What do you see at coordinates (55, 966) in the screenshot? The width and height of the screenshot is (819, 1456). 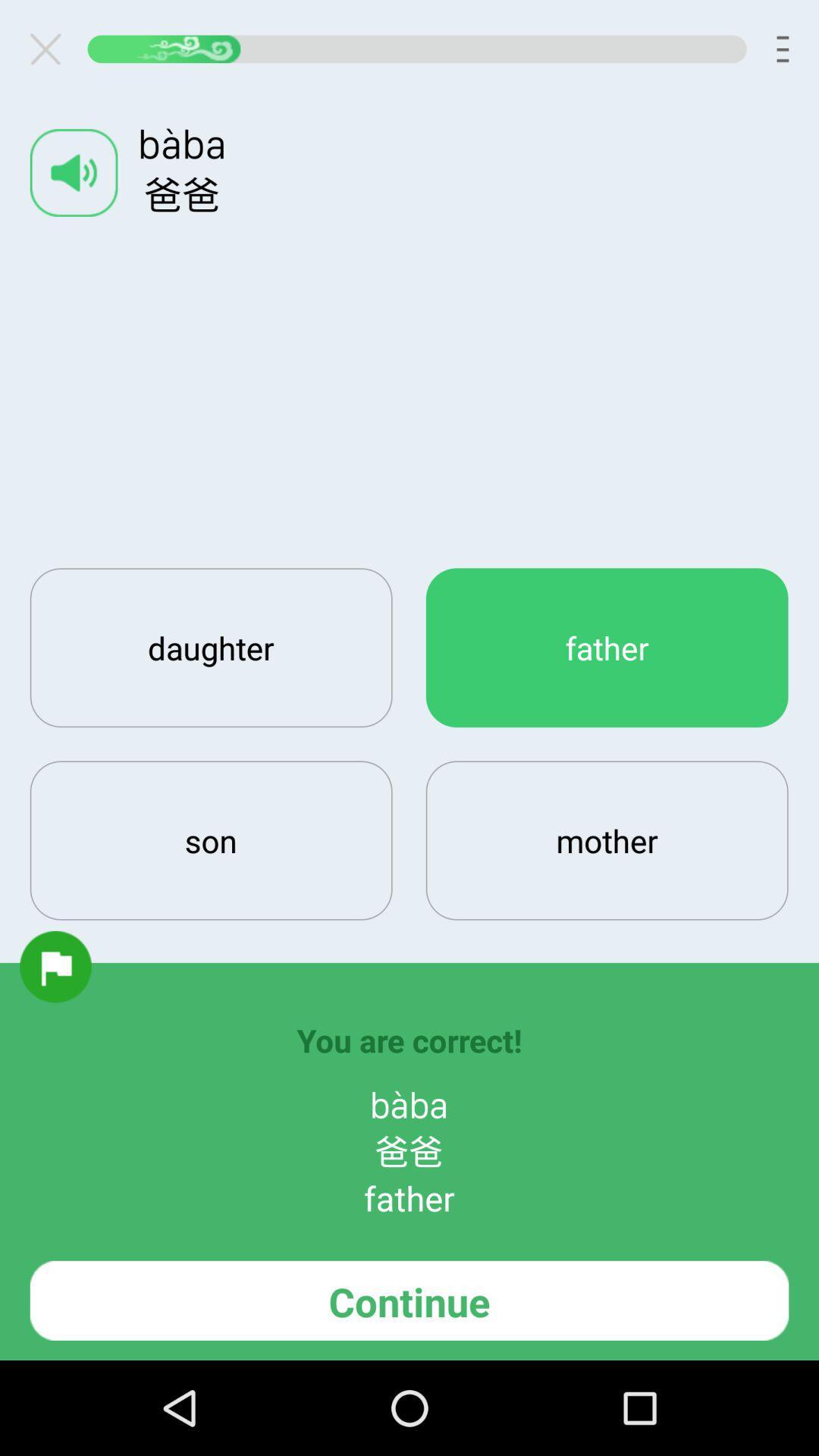 I see `flag` at bounding box center [55, 966].